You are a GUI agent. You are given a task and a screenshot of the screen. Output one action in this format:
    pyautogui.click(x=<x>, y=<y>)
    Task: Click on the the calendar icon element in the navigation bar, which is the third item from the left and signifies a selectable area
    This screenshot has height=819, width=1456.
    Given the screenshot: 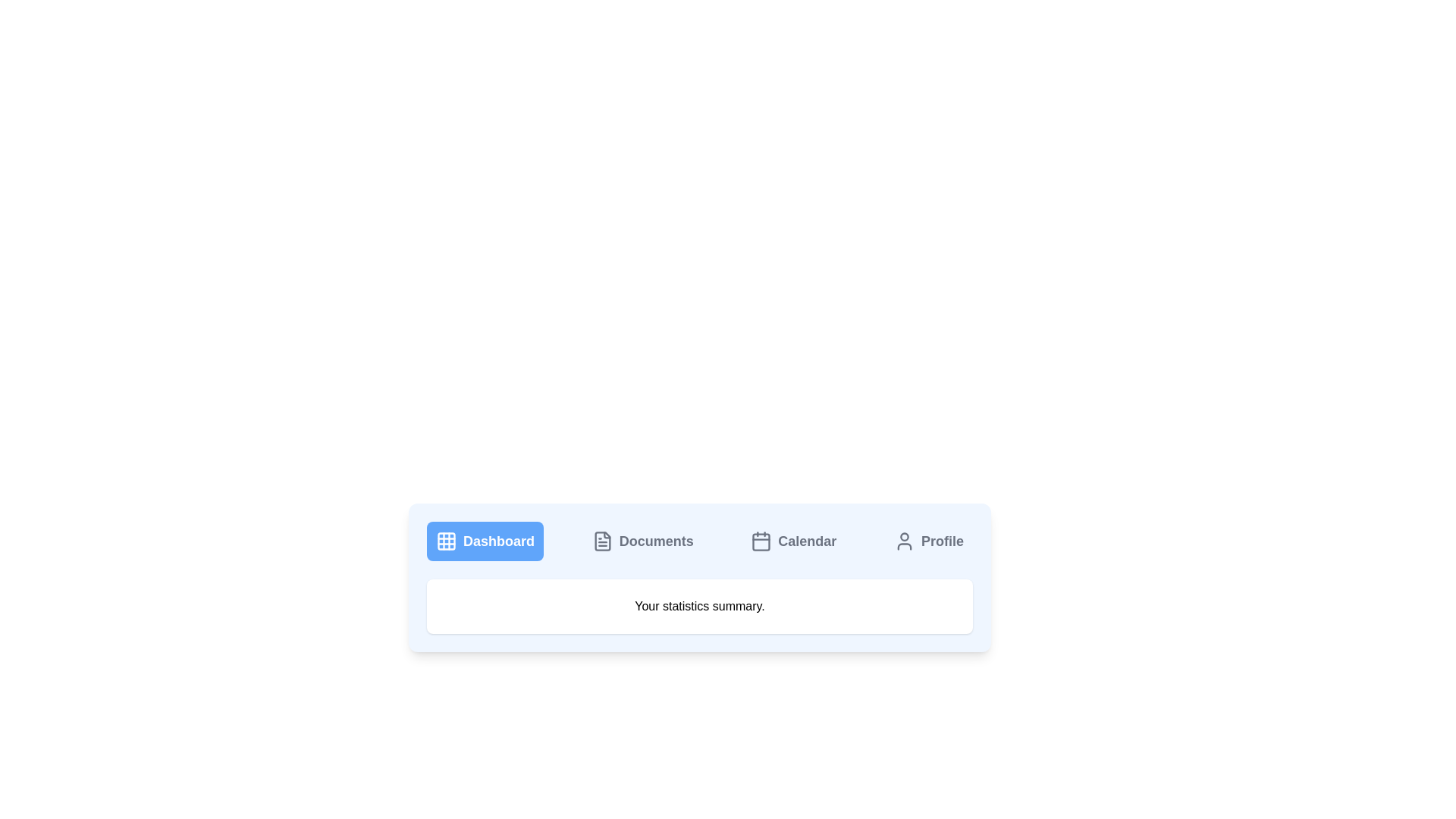 What is the action you would take?
    pyautogui.click(x=761, y=541)
    